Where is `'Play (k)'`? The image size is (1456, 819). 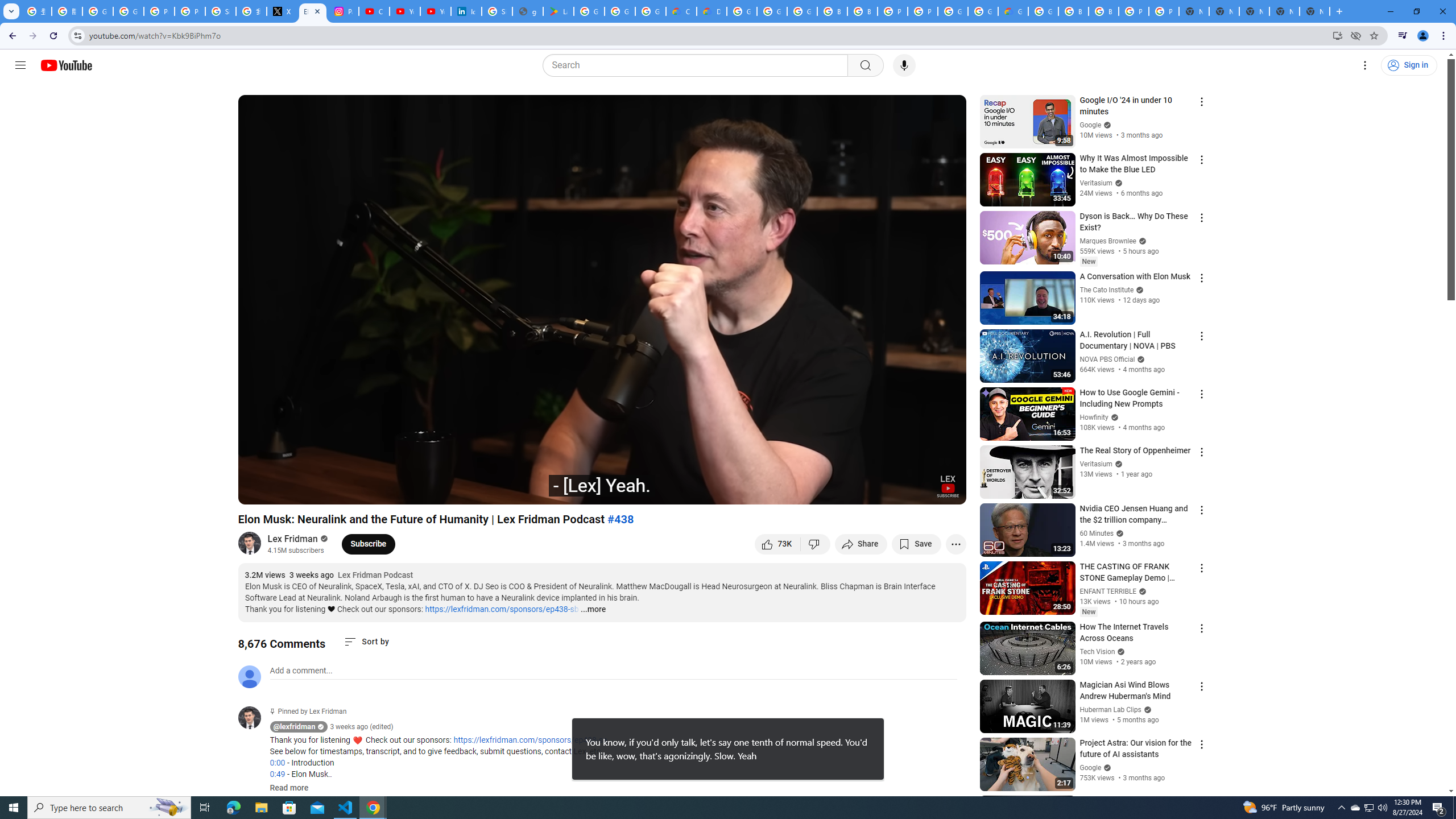
'Play (k)' is located at coordinates (257, 490).